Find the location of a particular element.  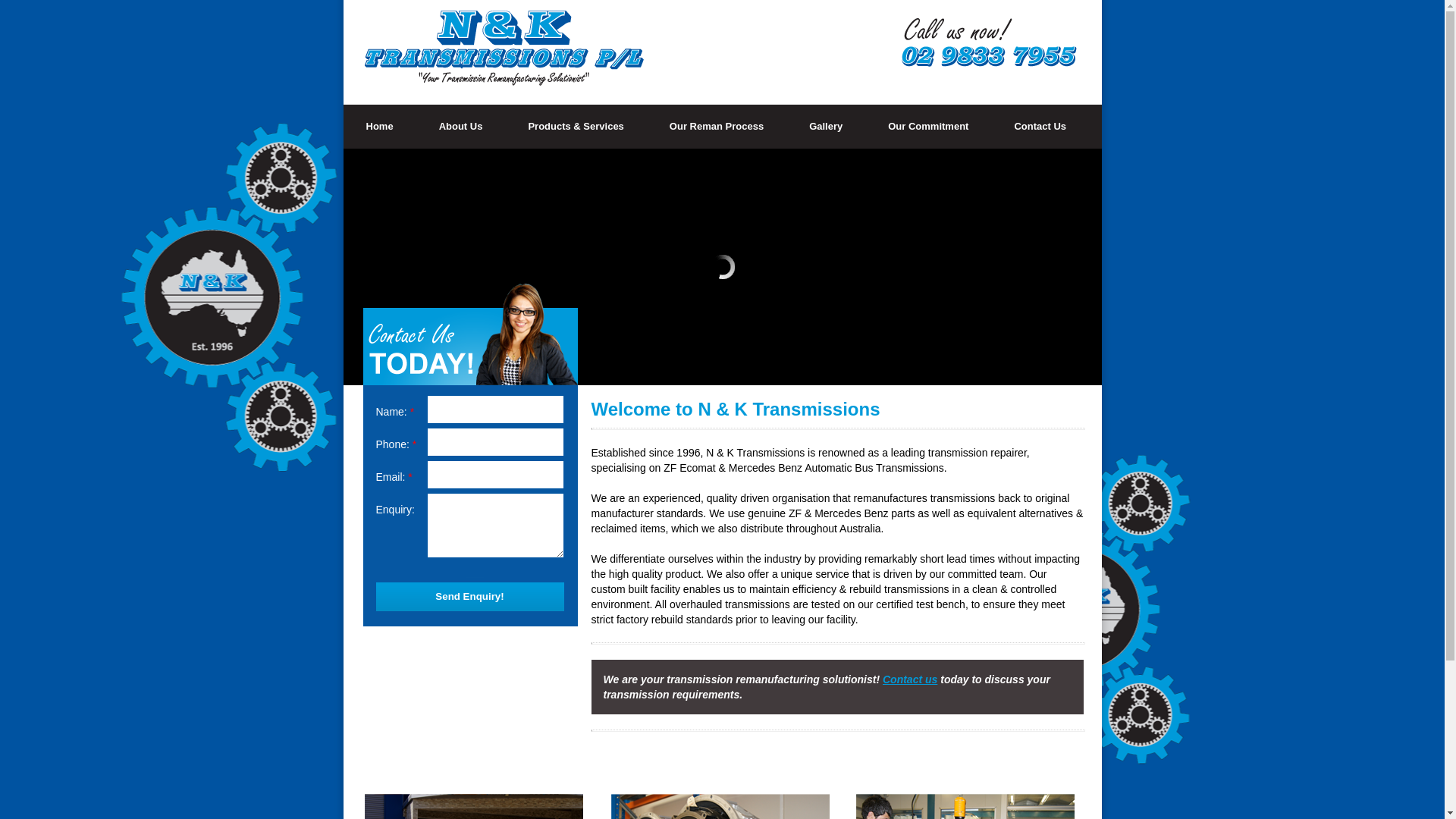

'Home' is located at coordinates (378, 125).